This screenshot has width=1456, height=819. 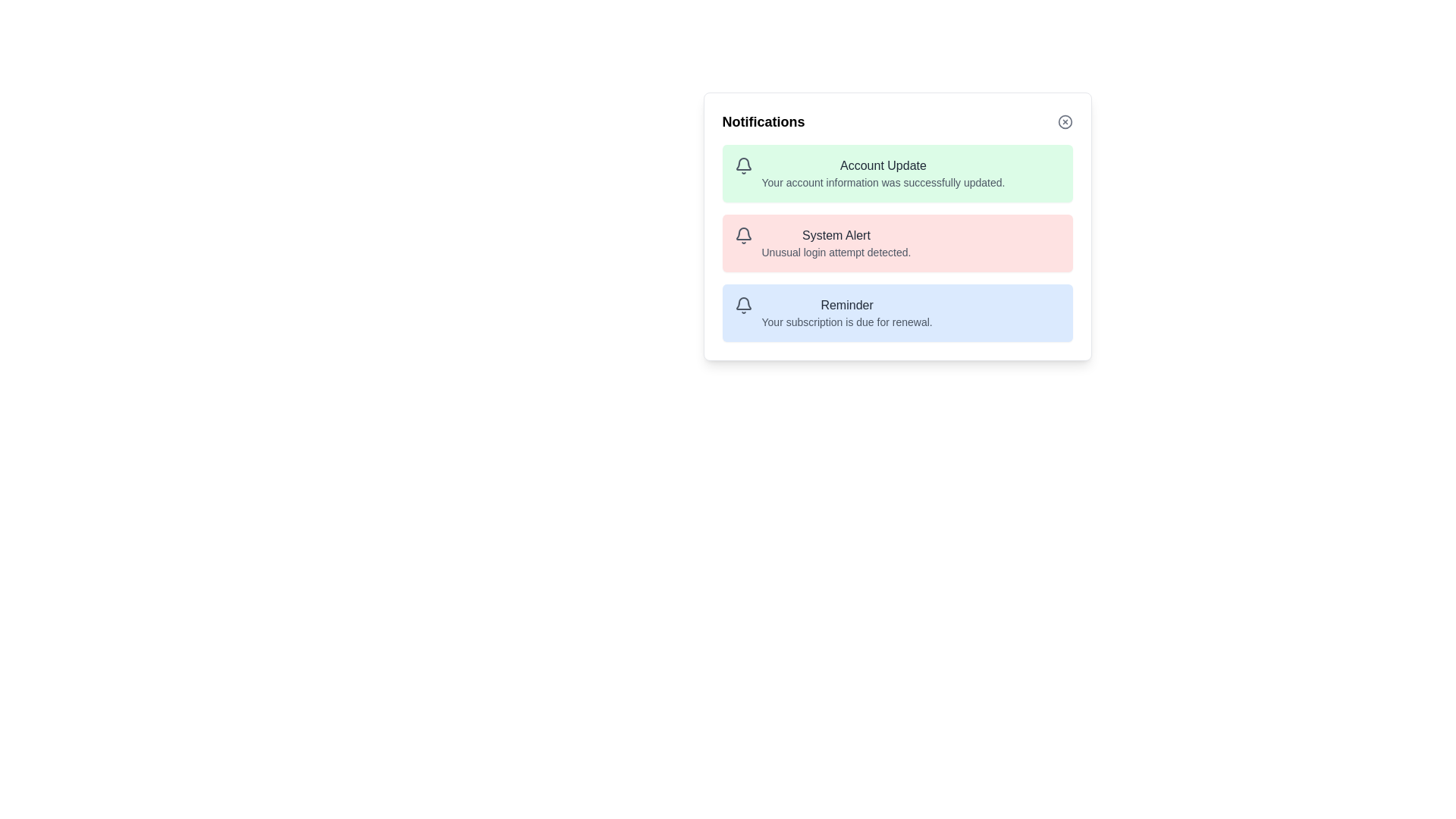 I want to click on notification titled 'System Alert' with the message 'Unusual login attempt detected.' which is the second notification in the Notifications section, so click(x=897, y=242).